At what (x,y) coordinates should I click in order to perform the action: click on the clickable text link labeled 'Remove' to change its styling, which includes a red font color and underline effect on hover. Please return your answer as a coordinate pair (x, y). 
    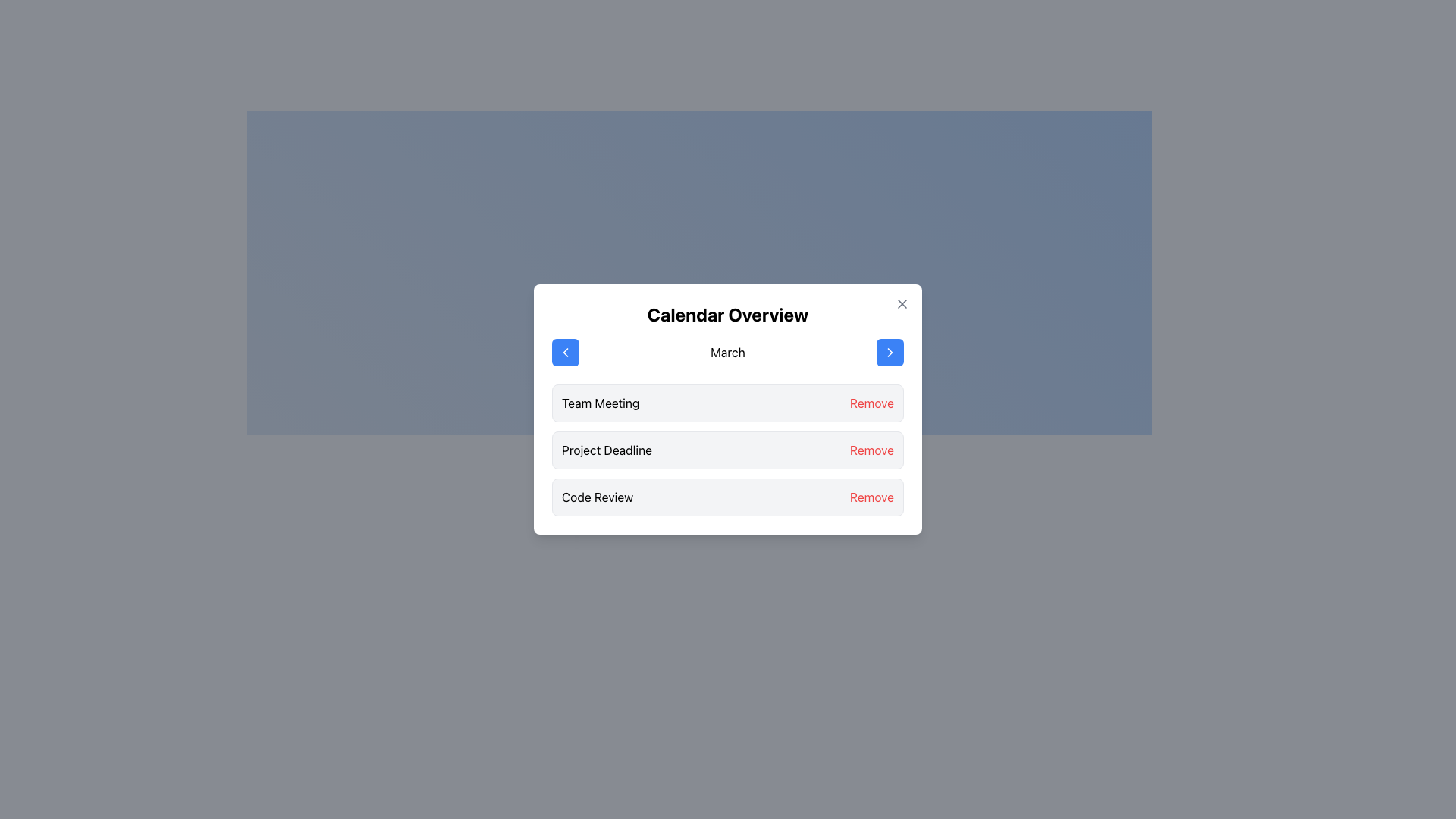
    Looking at the image, I should click on (871, 450).